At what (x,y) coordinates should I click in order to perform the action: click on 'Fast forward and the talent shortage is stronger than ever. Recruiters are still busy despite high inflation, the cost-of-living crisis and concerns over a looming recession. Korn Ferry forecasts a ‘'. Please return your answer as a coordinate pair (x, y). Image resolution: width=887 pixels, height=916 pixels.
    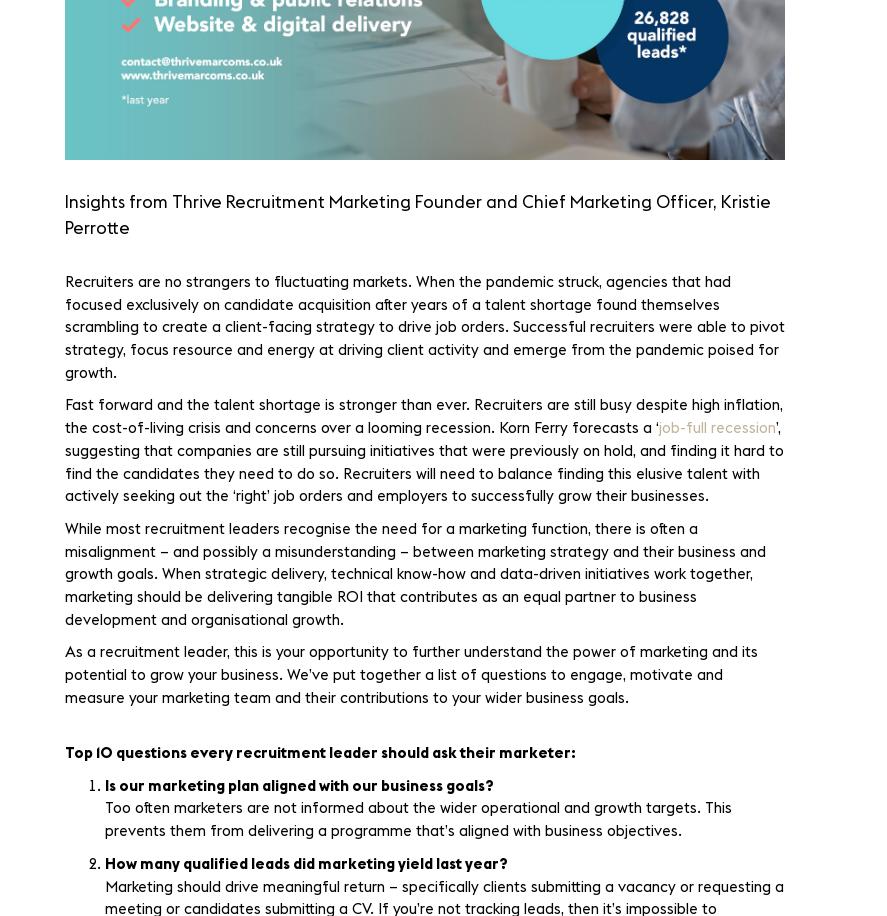
    Looking at the image, I should click on (423, 415).